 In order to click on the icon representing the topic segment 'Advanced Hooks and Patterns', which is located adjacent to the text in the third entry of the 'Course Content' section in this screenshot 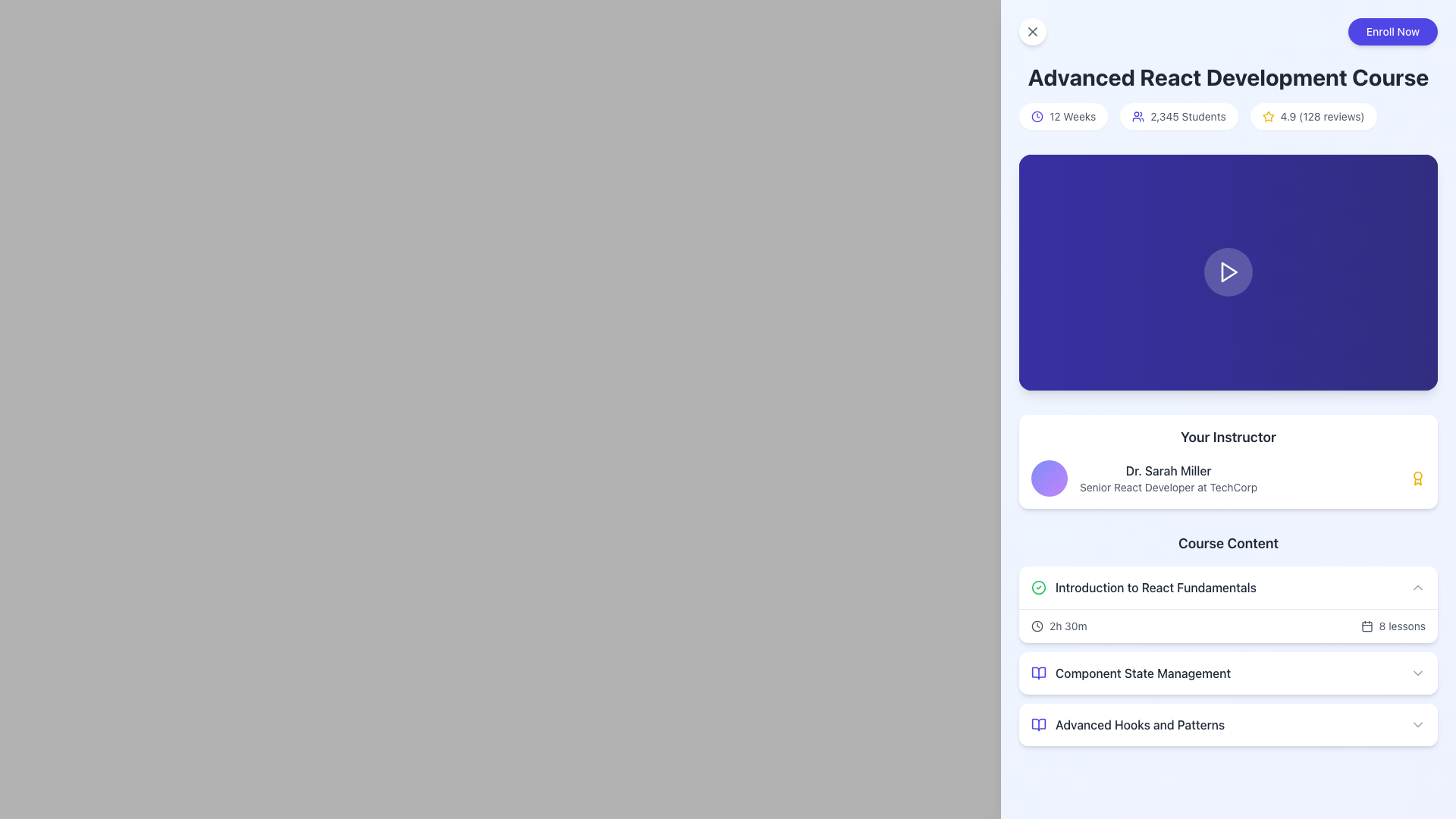, I will do `click(1037, 723)`.